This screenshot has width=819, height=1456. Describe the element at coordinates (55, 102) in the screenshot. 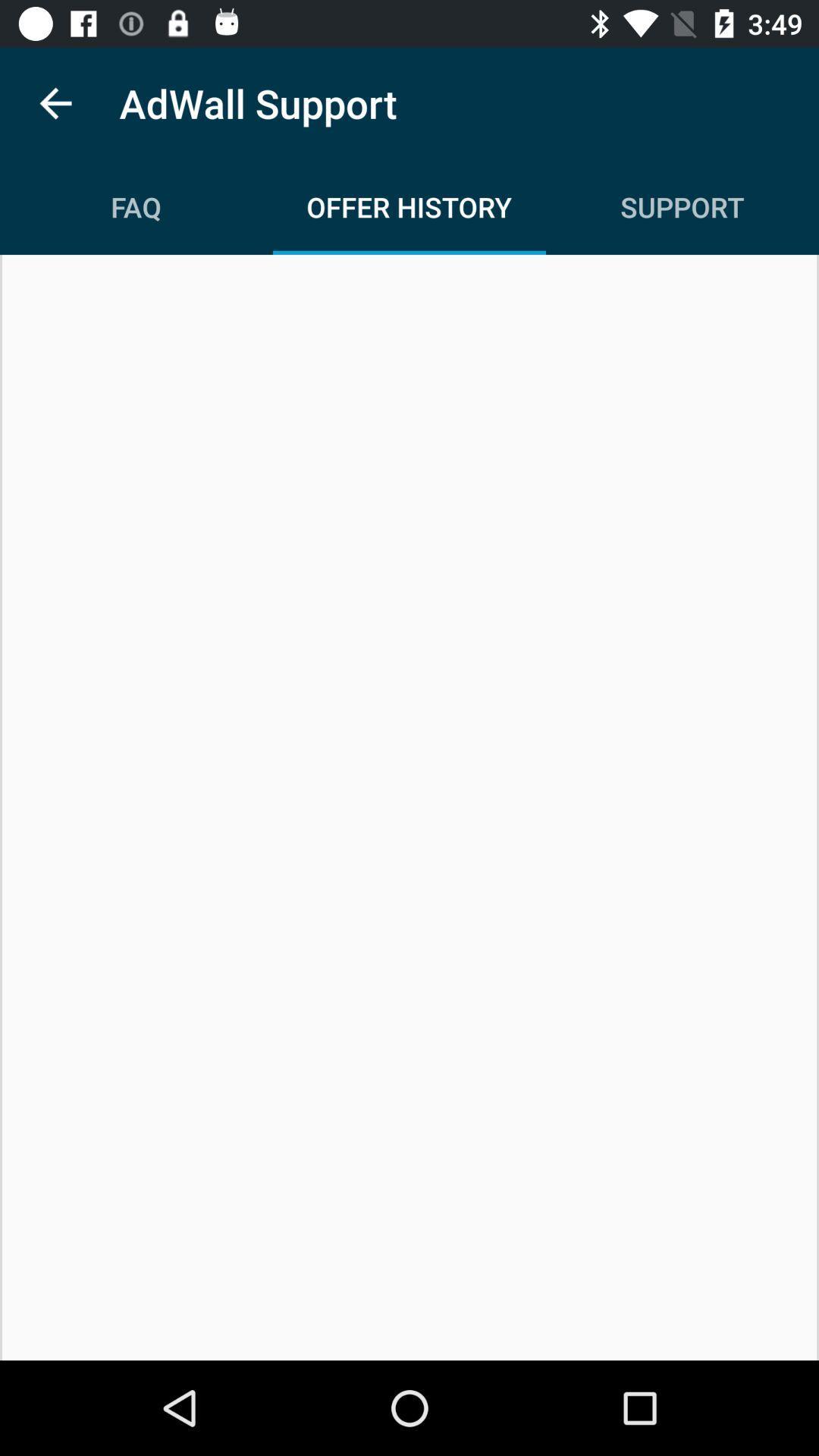

I see `icon to the left of adwall support icon` at that location.